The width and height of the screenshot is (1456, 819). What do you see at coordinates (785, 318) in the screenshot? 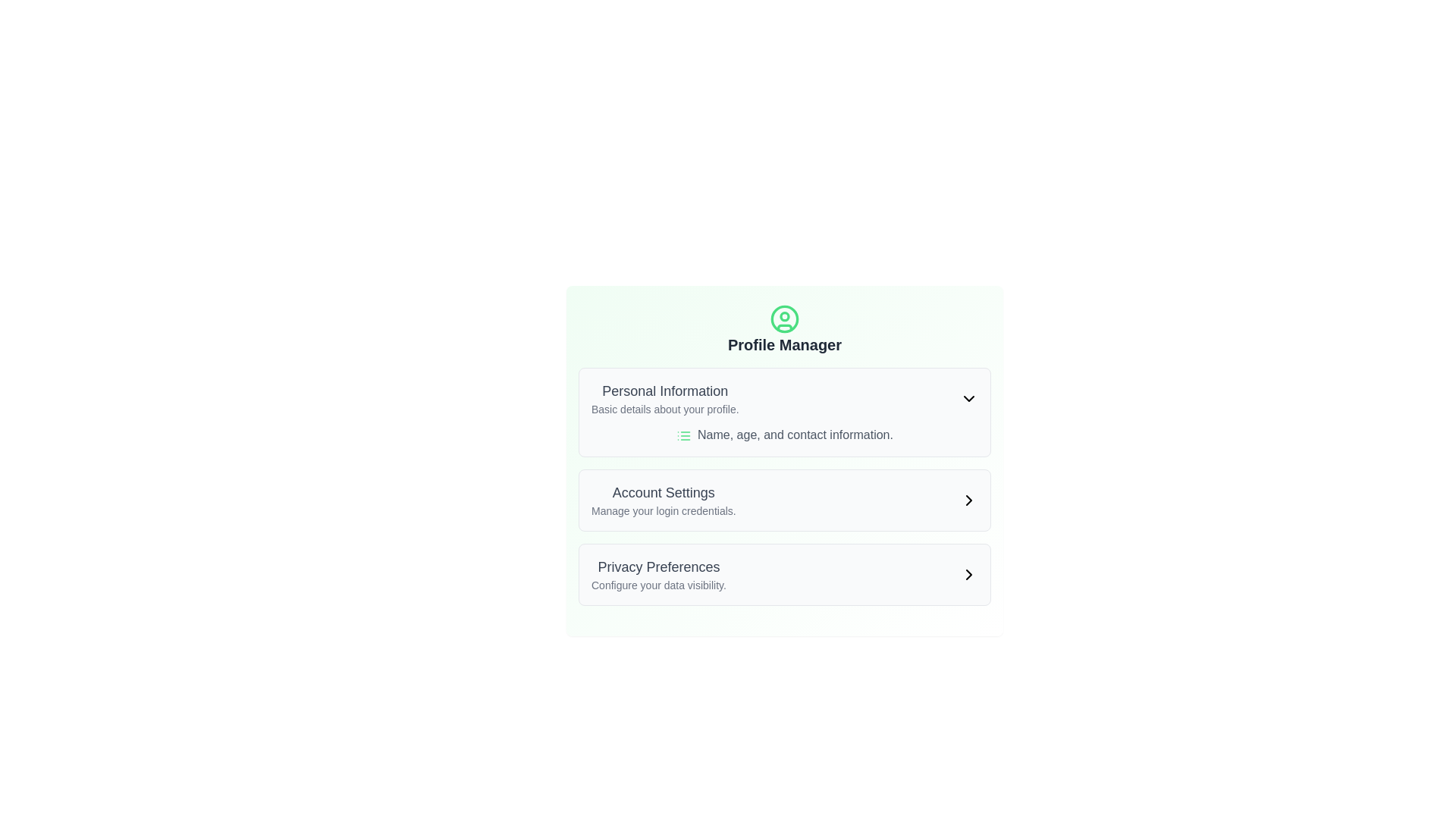
I see `the circular shape with a green outline, located above the 'Profile Manager' heading, which is centrally positioned within a larger circle` at bounding box center [785, 318].